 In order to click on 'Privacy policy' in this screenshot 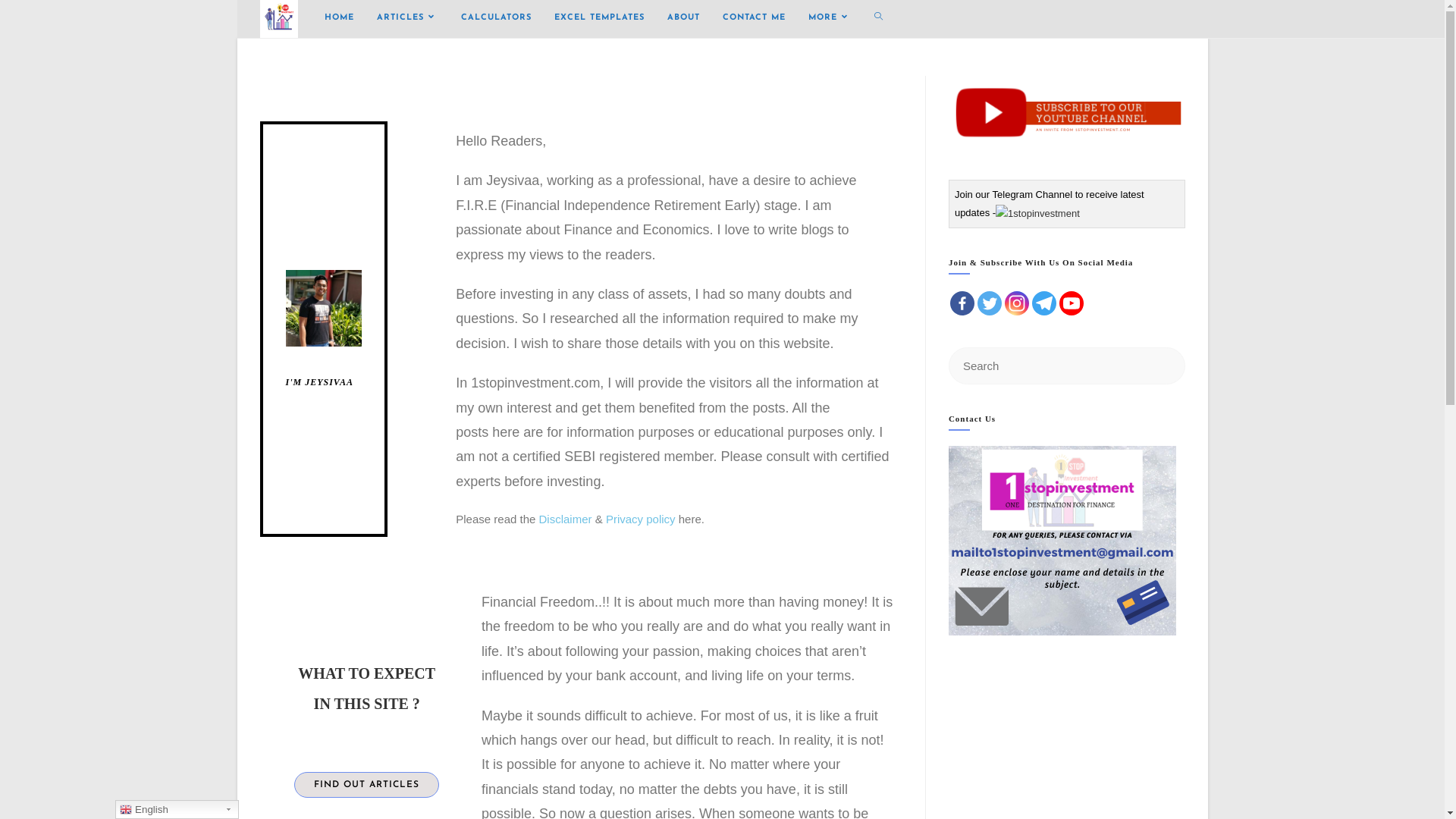, I will do `click(640, 518)`.